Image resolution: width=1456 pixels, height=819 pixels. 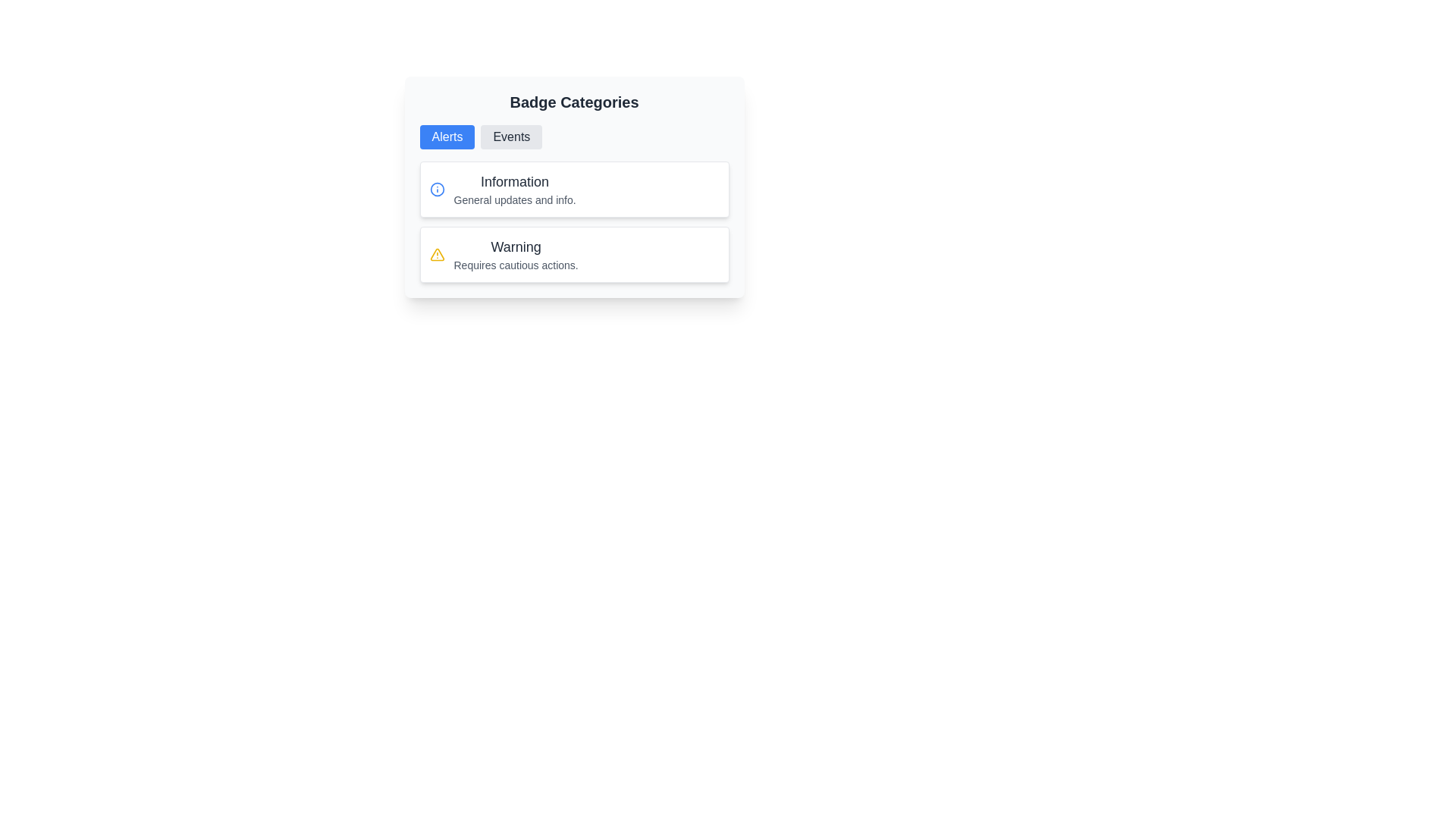 I want to click on the text label element stating 'General updates and info.' which is styled in gray and located directly beneath the heading 'Information', so click(x=515, y=199).